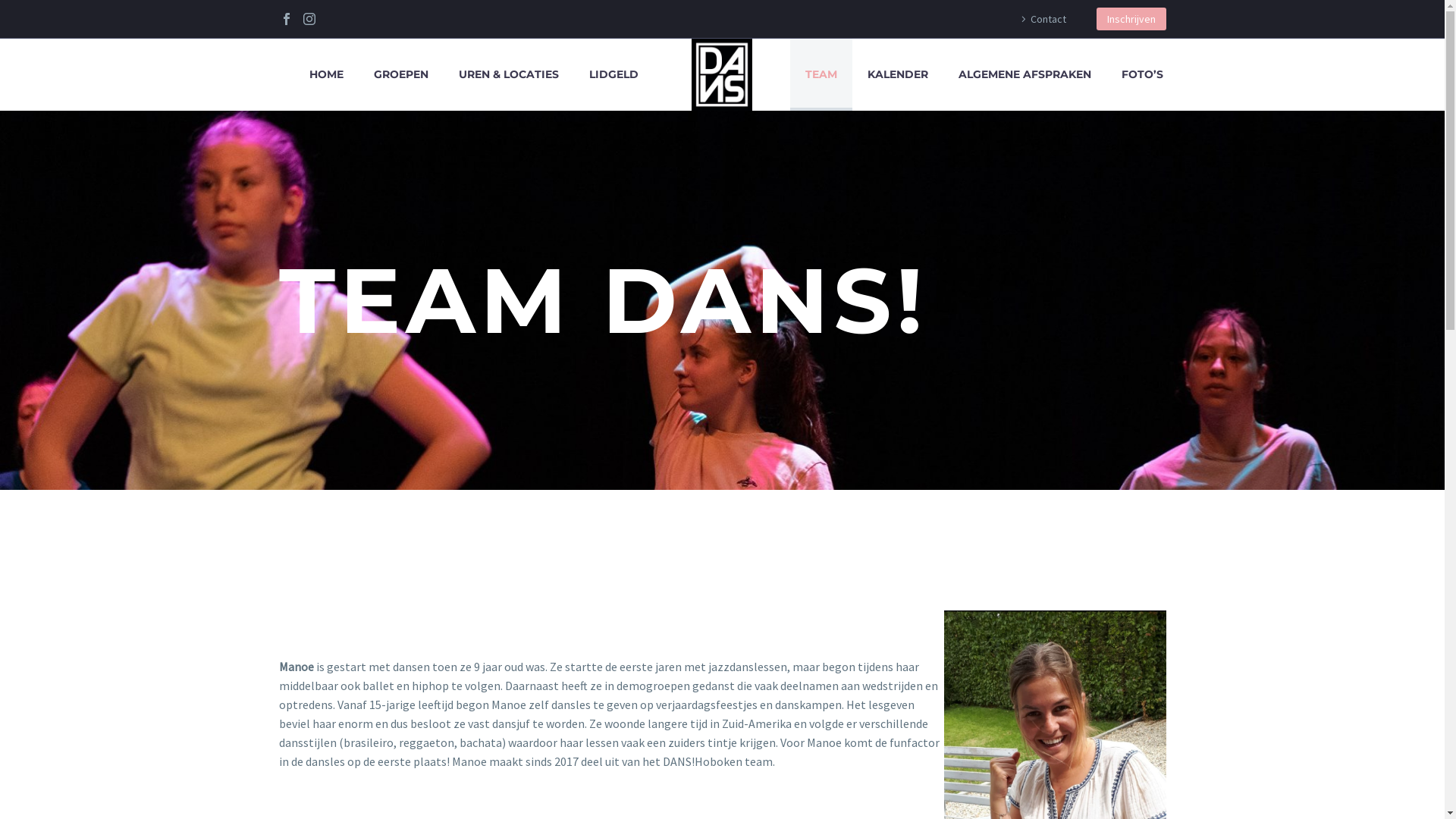 Image resolution: width=1456 pixels, height=819 pixels. Describe the element at coordinates (821, 74) in the screenshot. I see `'TEAM'` at that location.